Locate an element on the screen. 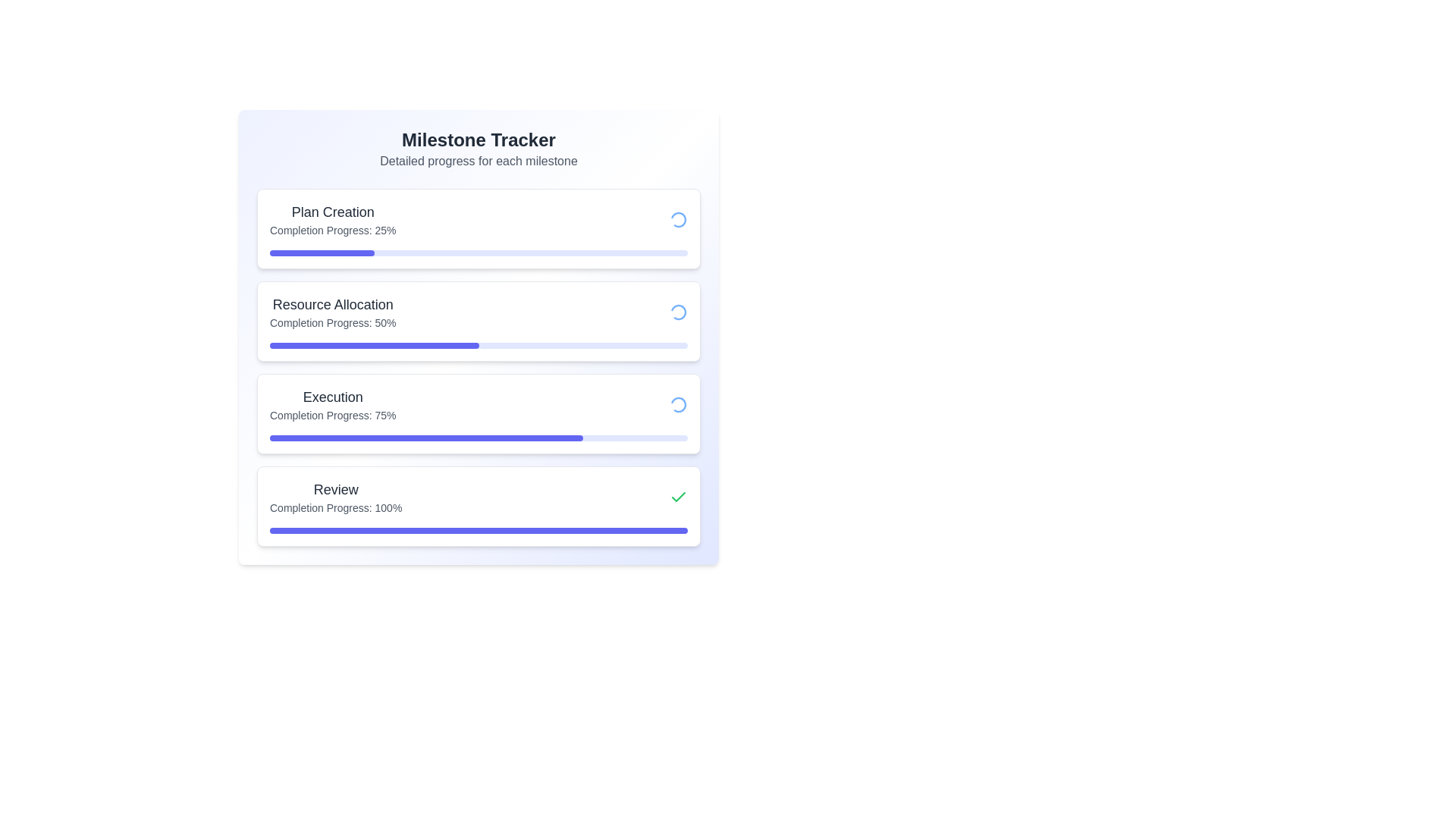 This screenshot has width=1456, height=819. the display text element showing 'Execution' and 'Completion Progress: 75%' which is the third entry in the progress report list is located at coordinates (332, 403).